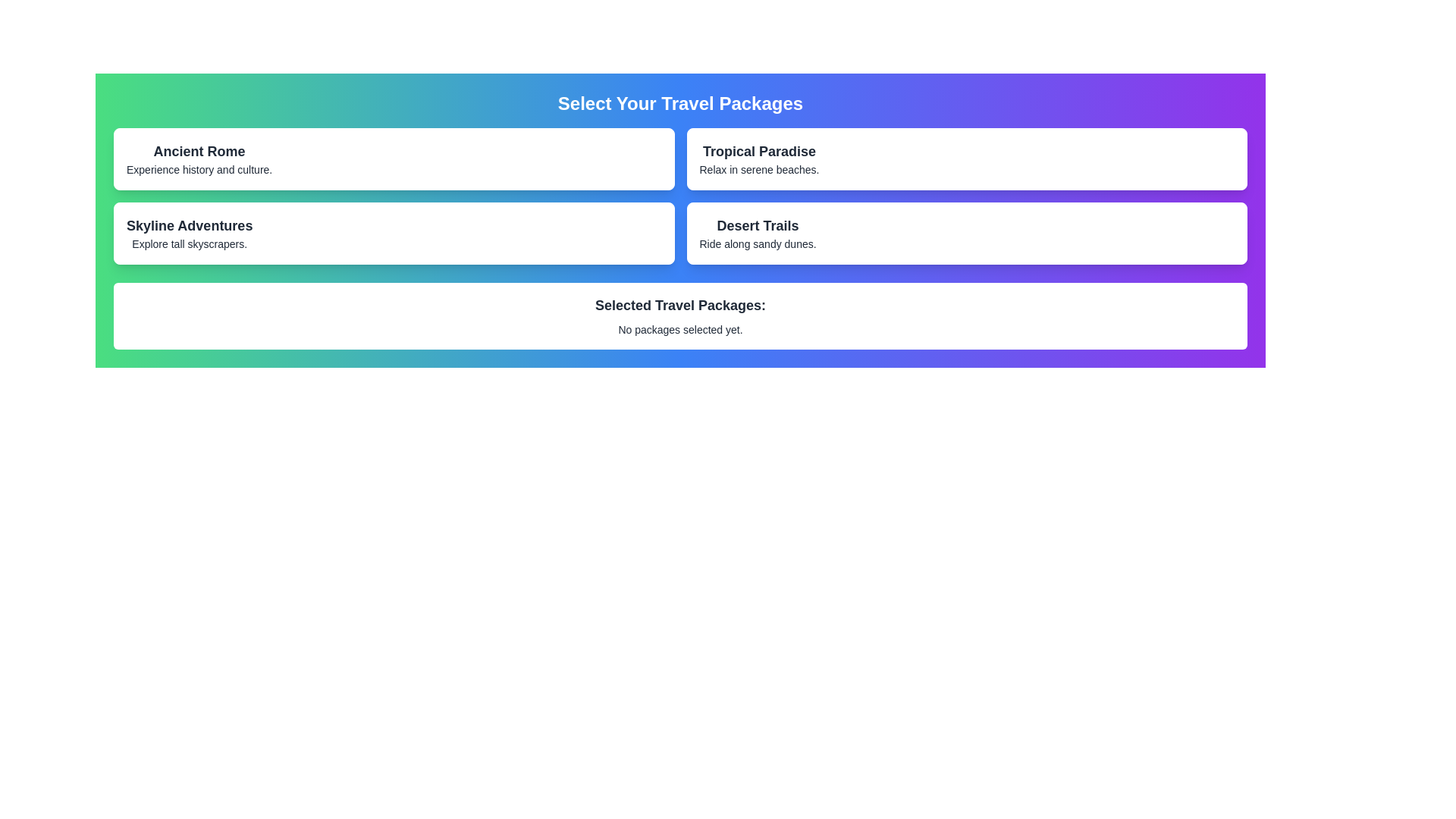 The height and width of the screenshot is (819, 1456). Describe the element at coordinates (758, 243) in the screenshot. I see `the descriptive tagline for the 'Desert Trails' travel package, located directly beneath the title text in the lower-right quadrant of the main panel` at that location.